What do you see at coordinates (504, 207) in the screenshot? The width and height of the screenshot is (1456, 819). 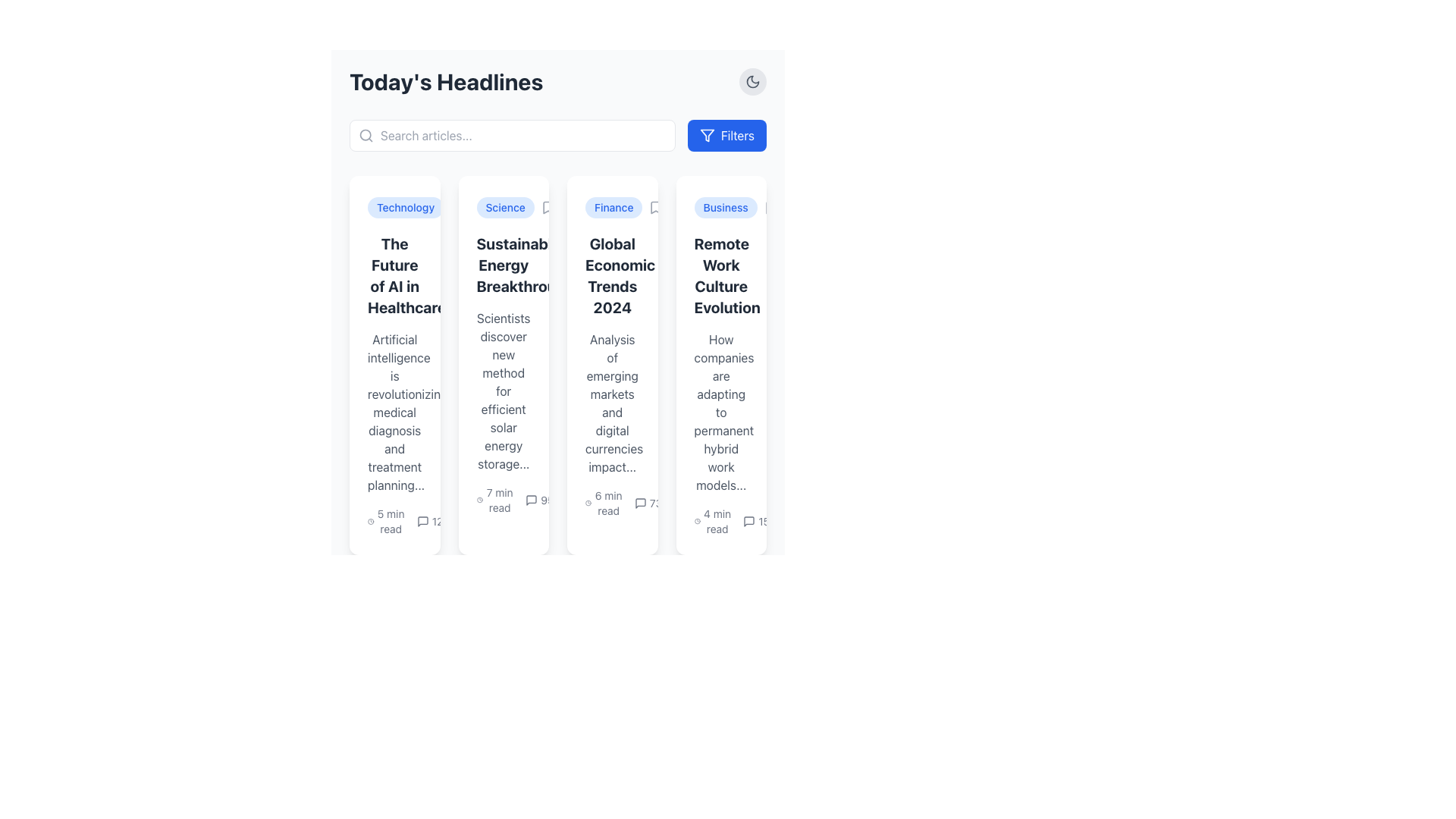 I see `the 'Science' label with a blue background and text, positioned at the top-left corner of the 'Sustainable Energy Breakthrough' card to filter content by this category` at bounding box center [504, 207].